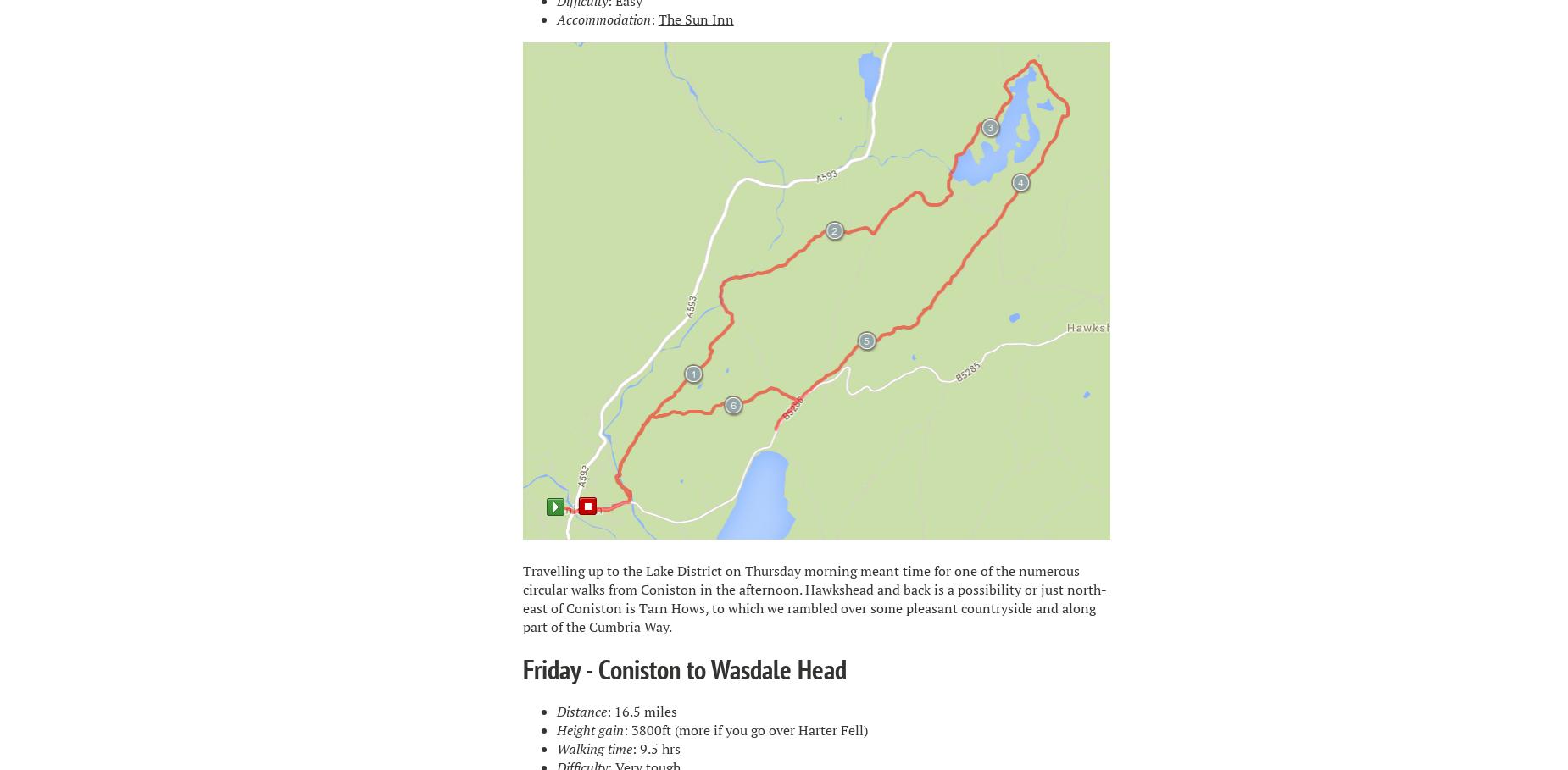  I want to click on ': 9.5 hrs', so click(631, 748).